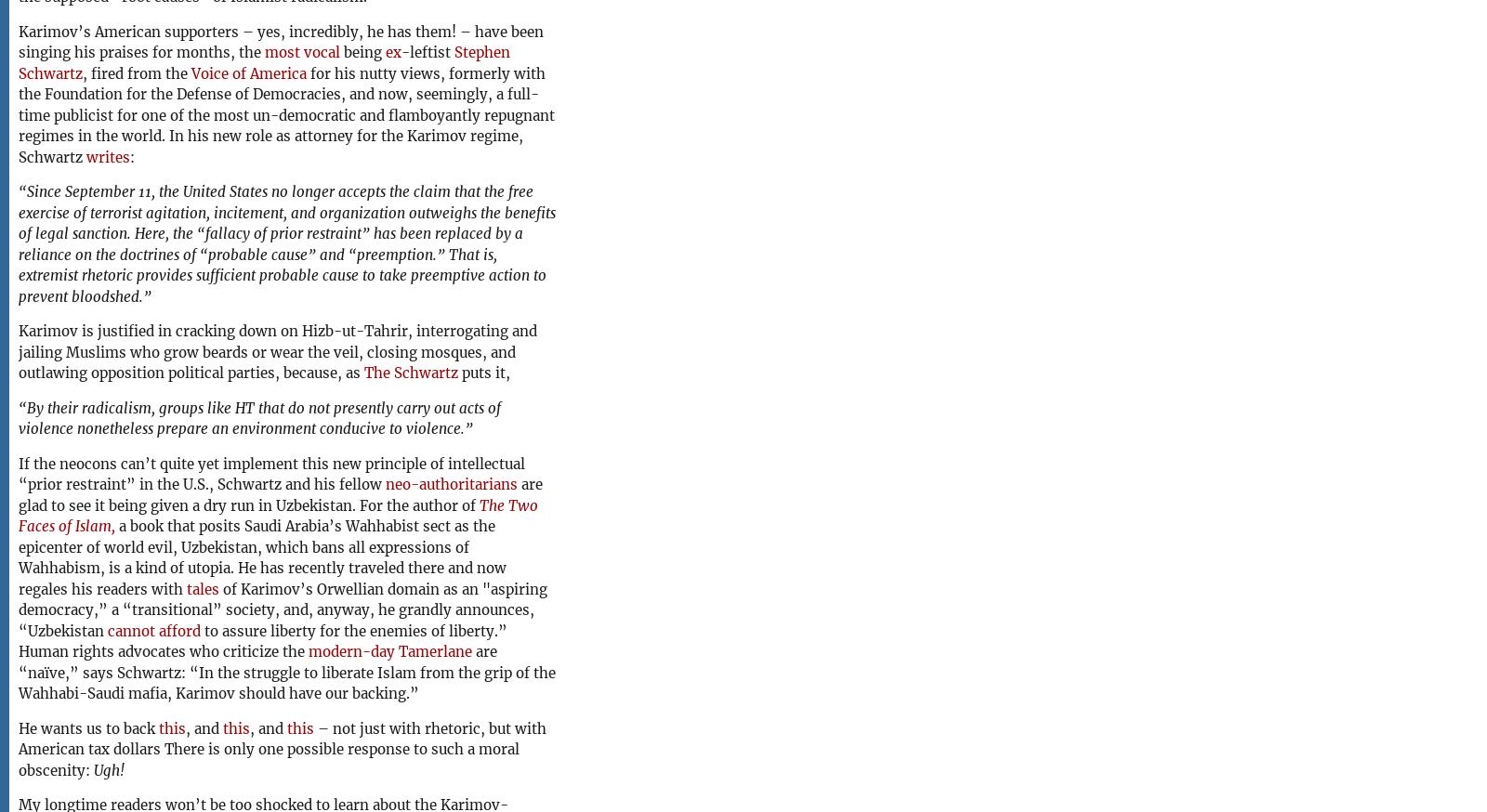  What do you see at coordinates (264, 61) in the screenshot?
I see `'Stephen Schwartz'` at bounding box center [264, 61].